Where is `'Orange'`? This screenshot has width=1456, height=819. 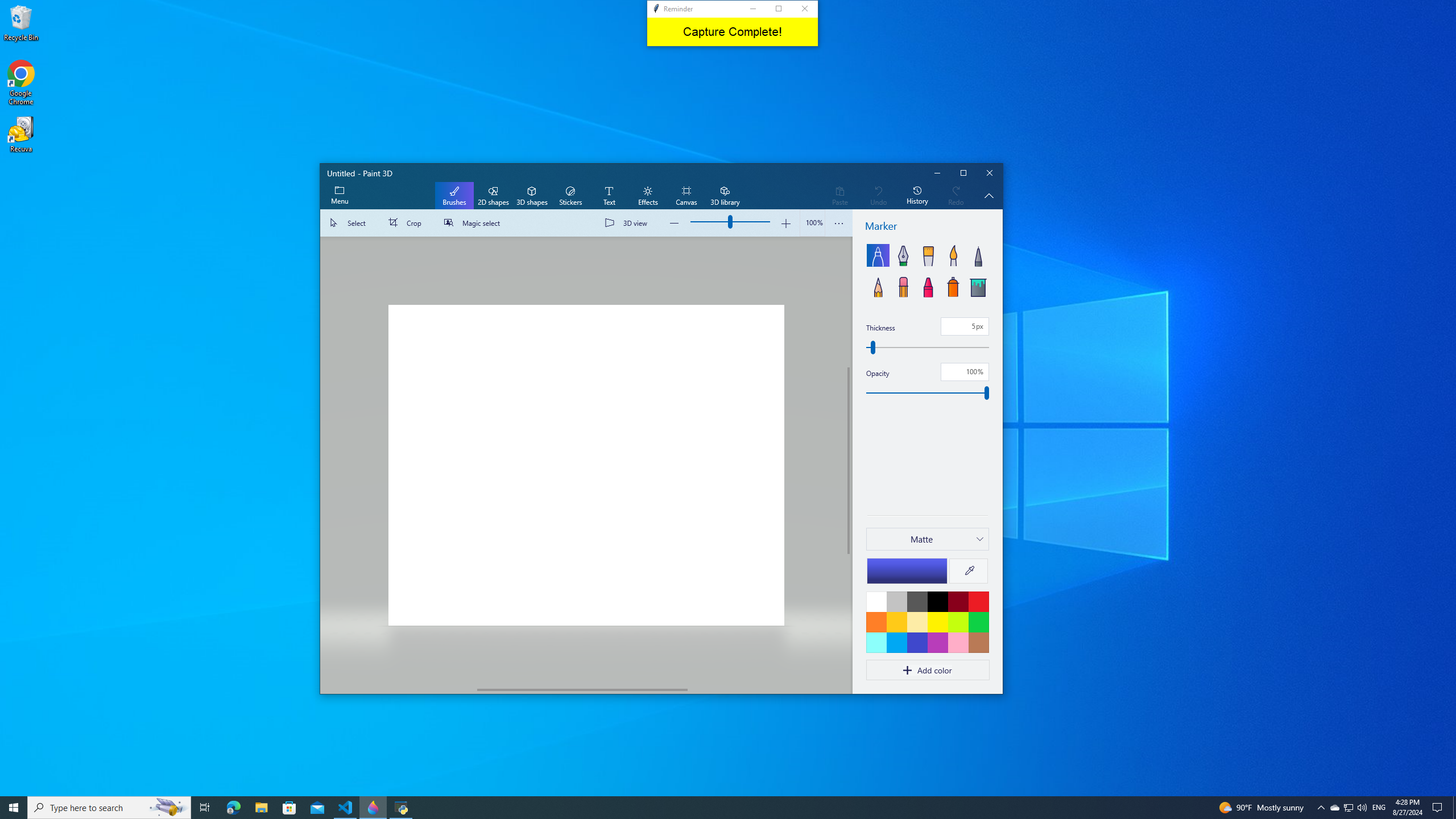
'Orange' is located at coordinates (876, 621).